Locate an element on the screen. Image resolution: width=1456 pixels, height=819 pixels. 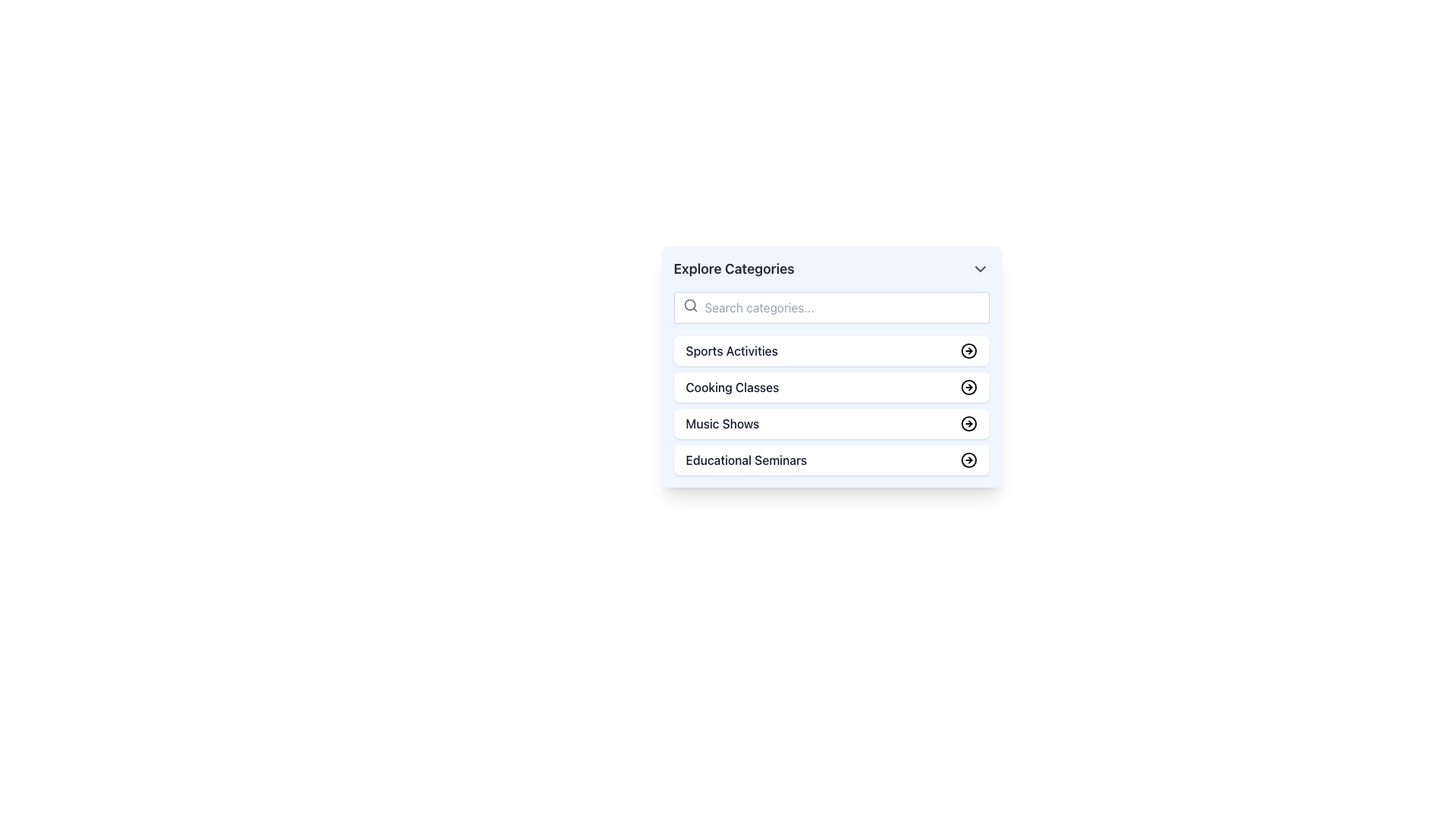
the 'Educational Seminars' text label, which is the fourth list item under the 'Explore Categories' heading is located at coordinates (746, 459).